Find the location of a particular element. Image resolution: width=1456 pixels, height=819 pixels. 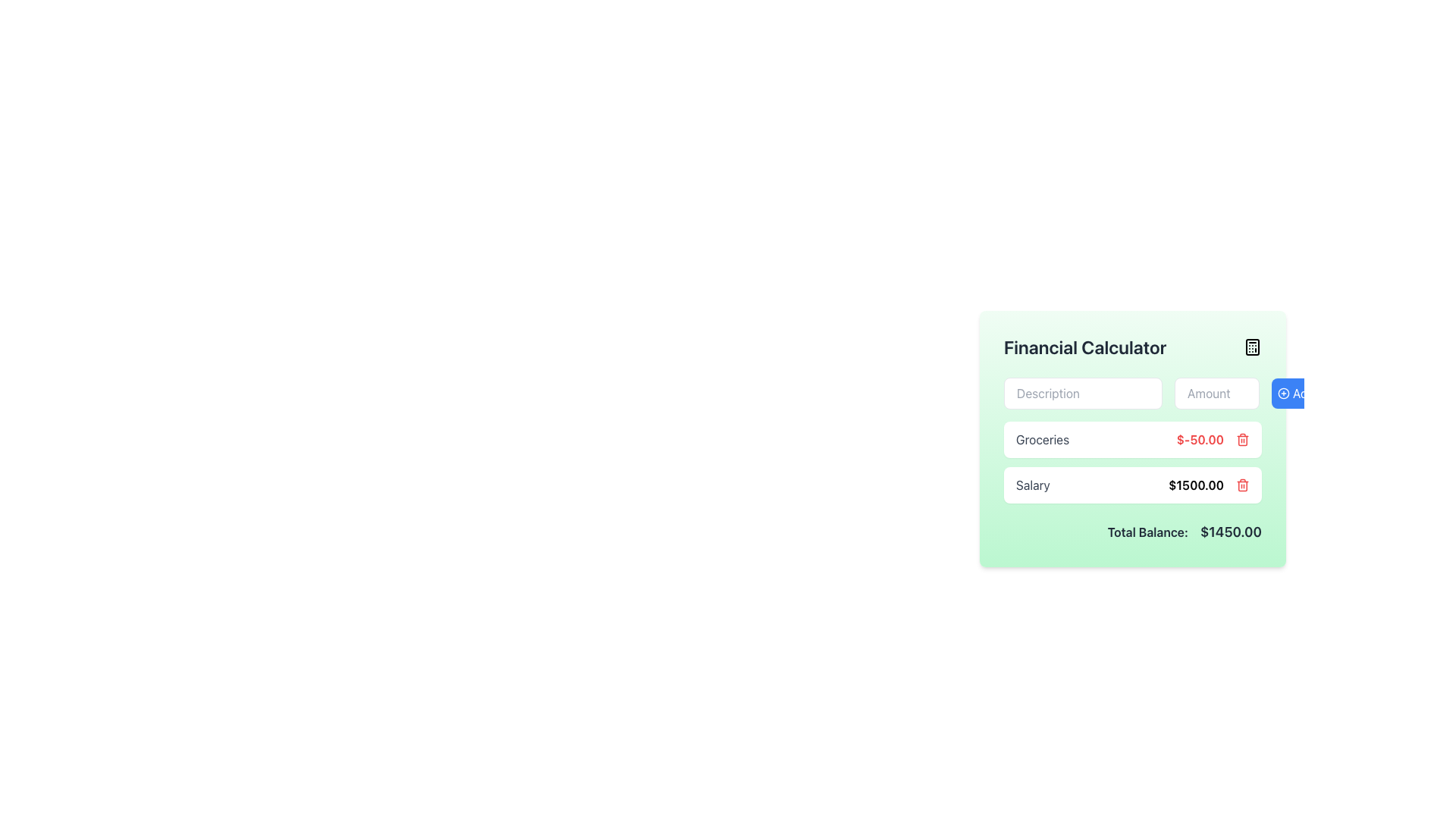

the label that indicates the financial balance, positioned to the left of the numeric value '$1450.00', located near the bottom-right corner of the layout is located at coordinates (1147, 532).